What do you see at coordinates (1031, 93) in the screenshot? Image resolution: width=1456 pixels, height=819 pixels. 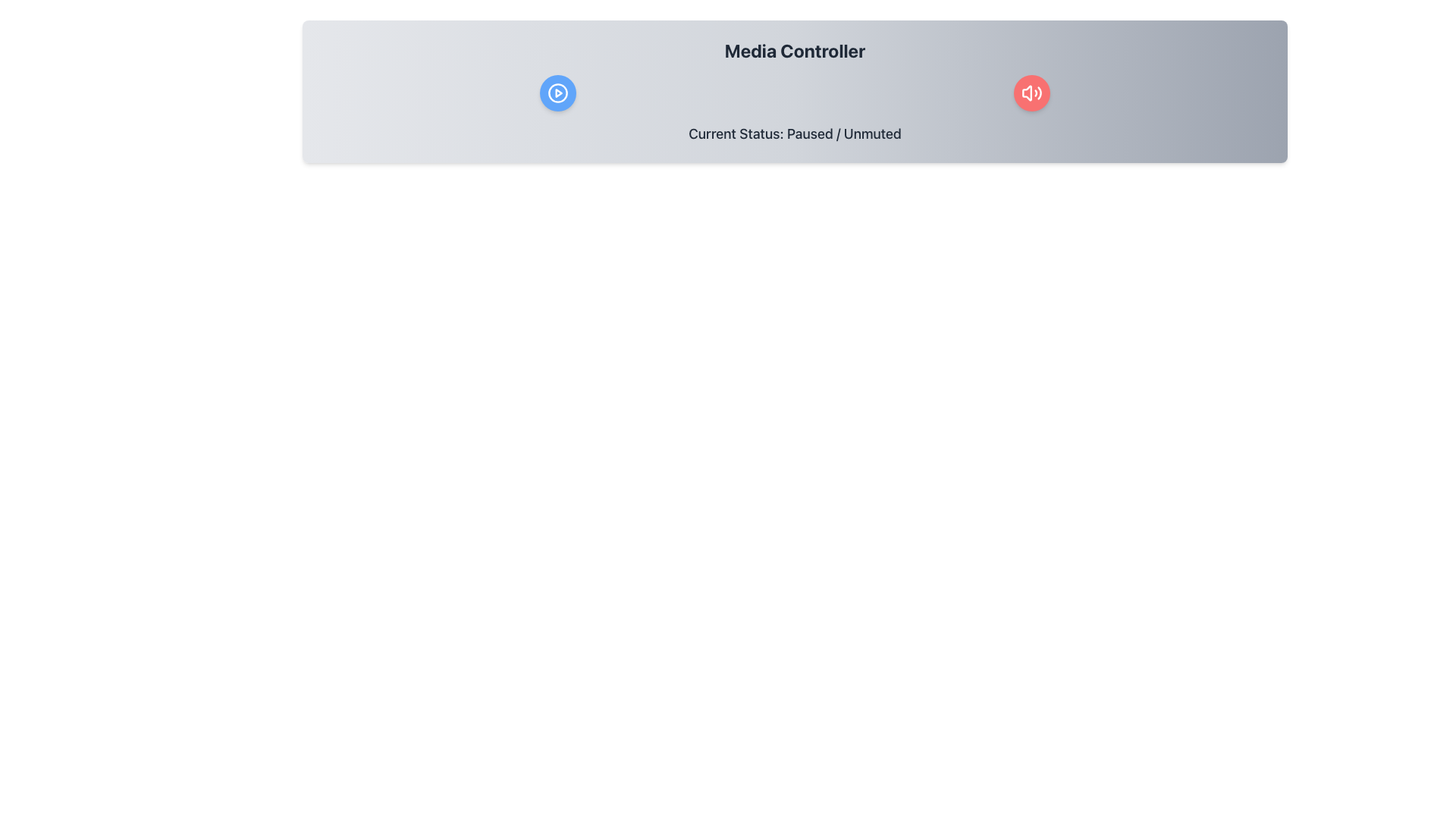 I see `the mute/unmute button located in the top-right corner of the media controller interface, next to a blue circular button` at bounding box center [1031, 93].